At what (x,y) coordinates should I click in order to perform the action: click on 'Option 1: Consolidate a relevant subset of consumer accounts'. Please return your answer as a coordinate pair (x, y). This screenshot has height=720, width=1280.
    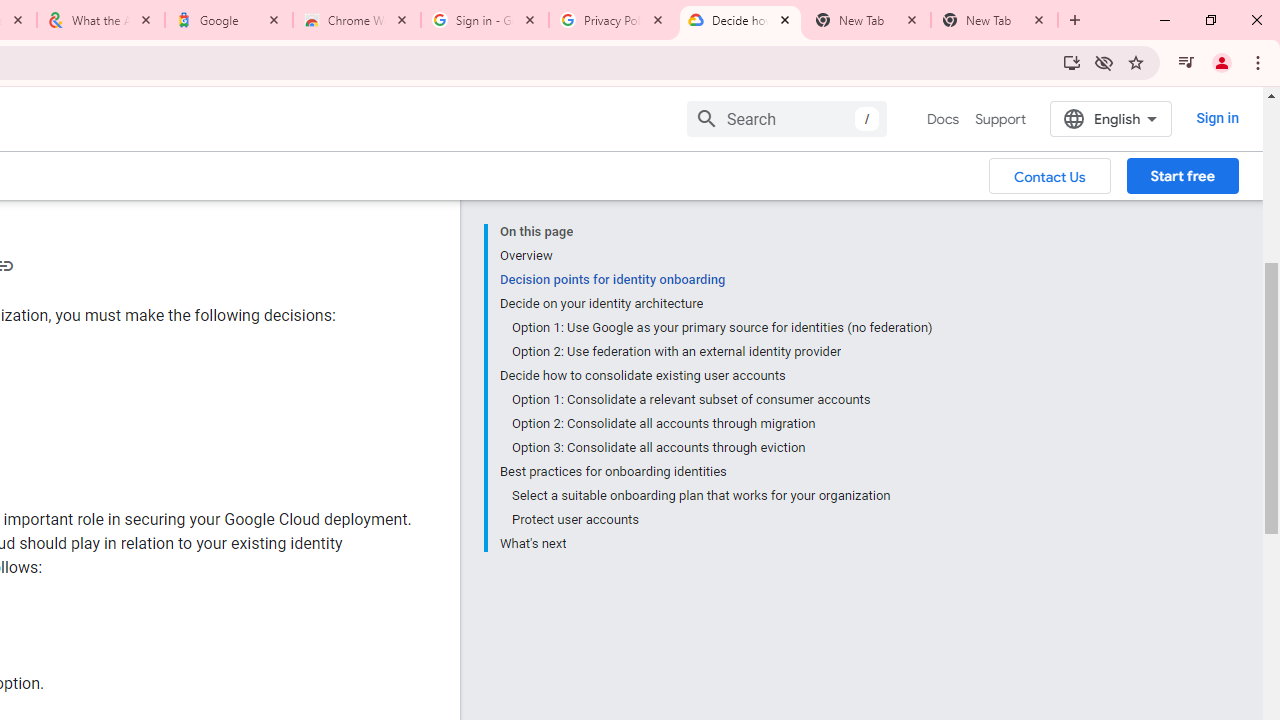
    Looking at the image, I should click on (720, 399).